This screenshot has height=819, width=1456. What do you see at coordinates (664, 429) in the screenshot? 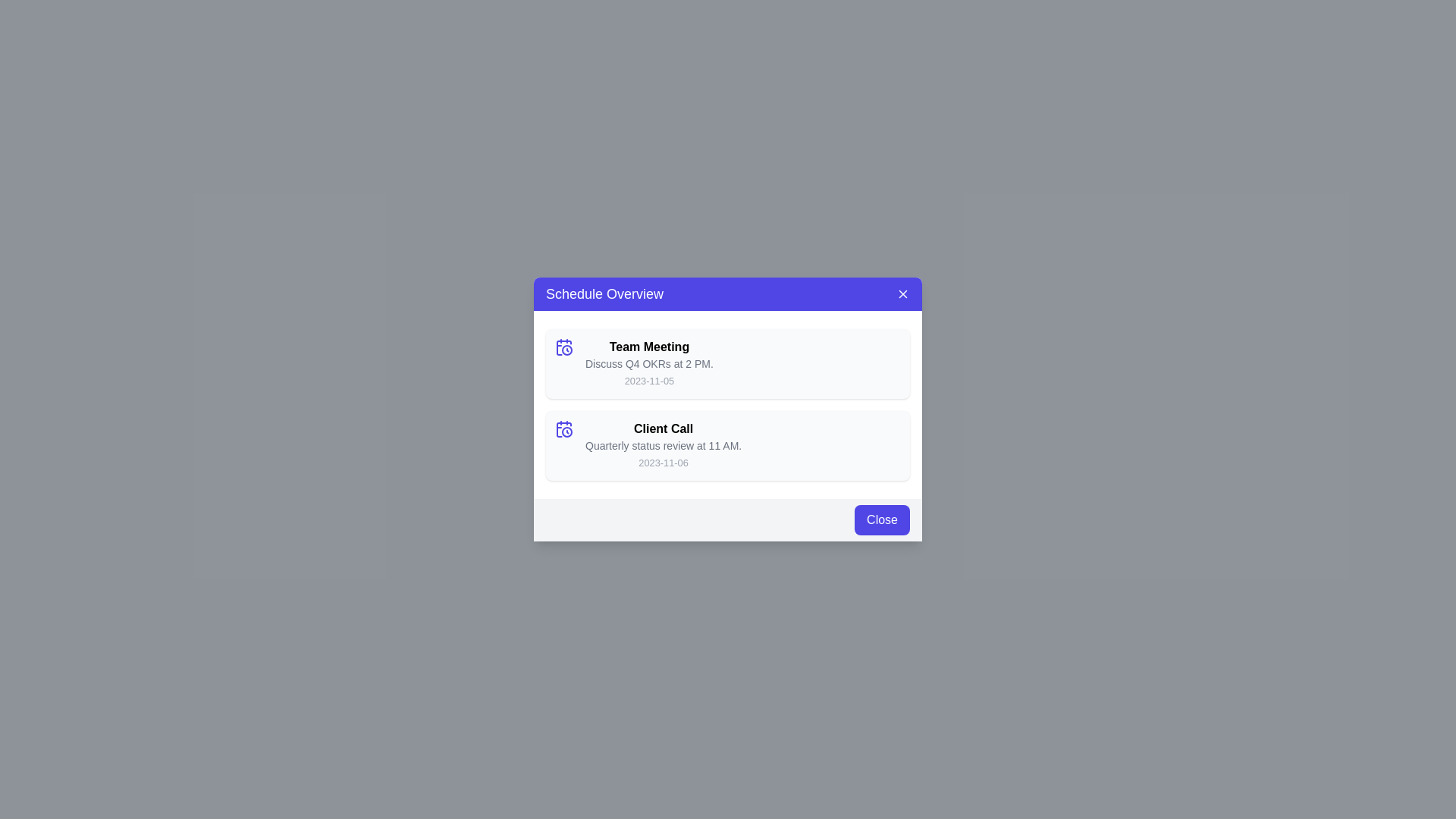
I see `the bold text label displaying 'Client Call', which is located in the central portion of the scheduling information section above the description and date details` at bounding box center [664, 429].